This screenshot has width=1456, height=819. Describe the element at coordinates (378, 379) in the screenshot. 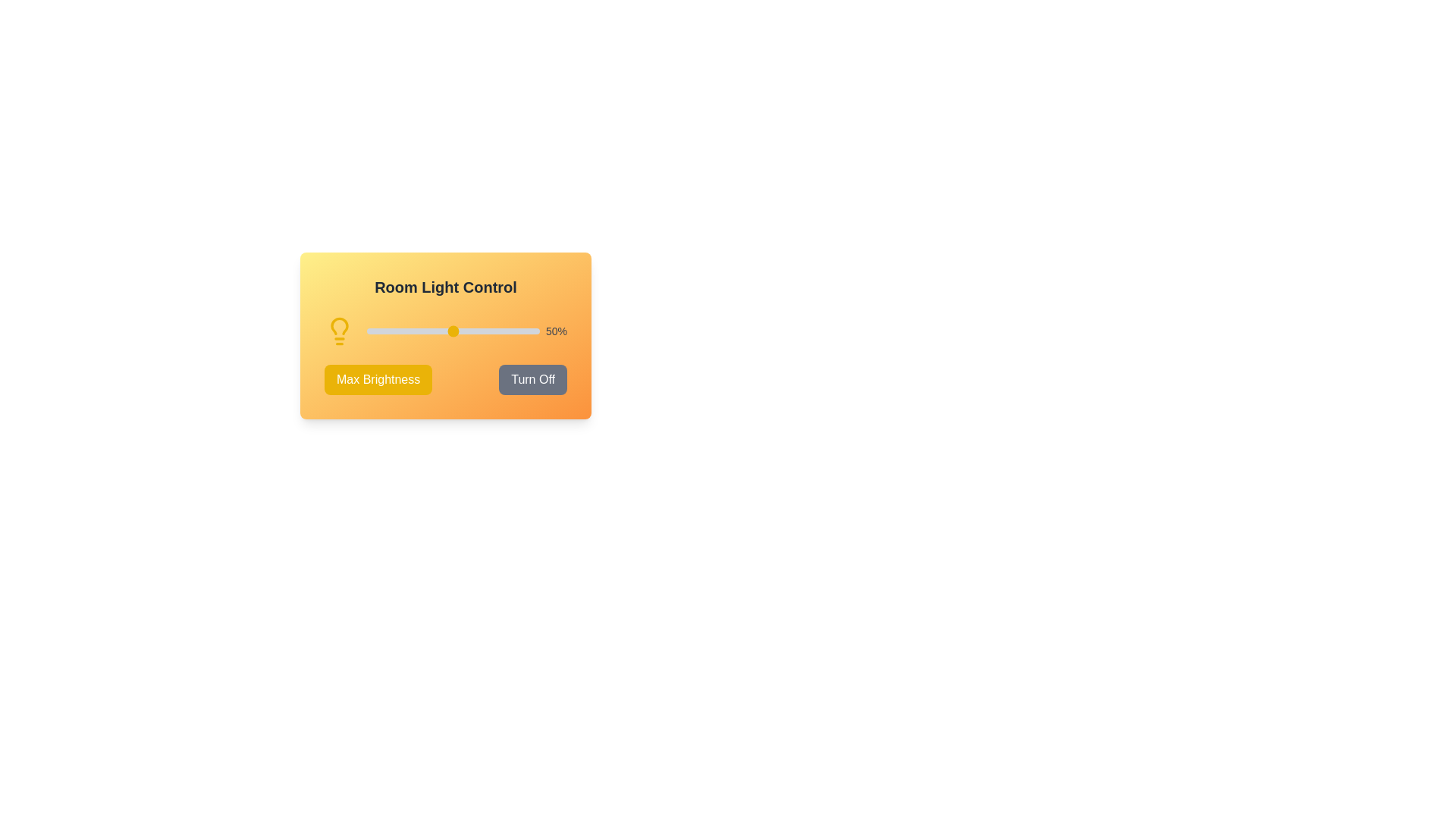

I see `'Max Brightness' button to set the brightness to 100%` at that location.